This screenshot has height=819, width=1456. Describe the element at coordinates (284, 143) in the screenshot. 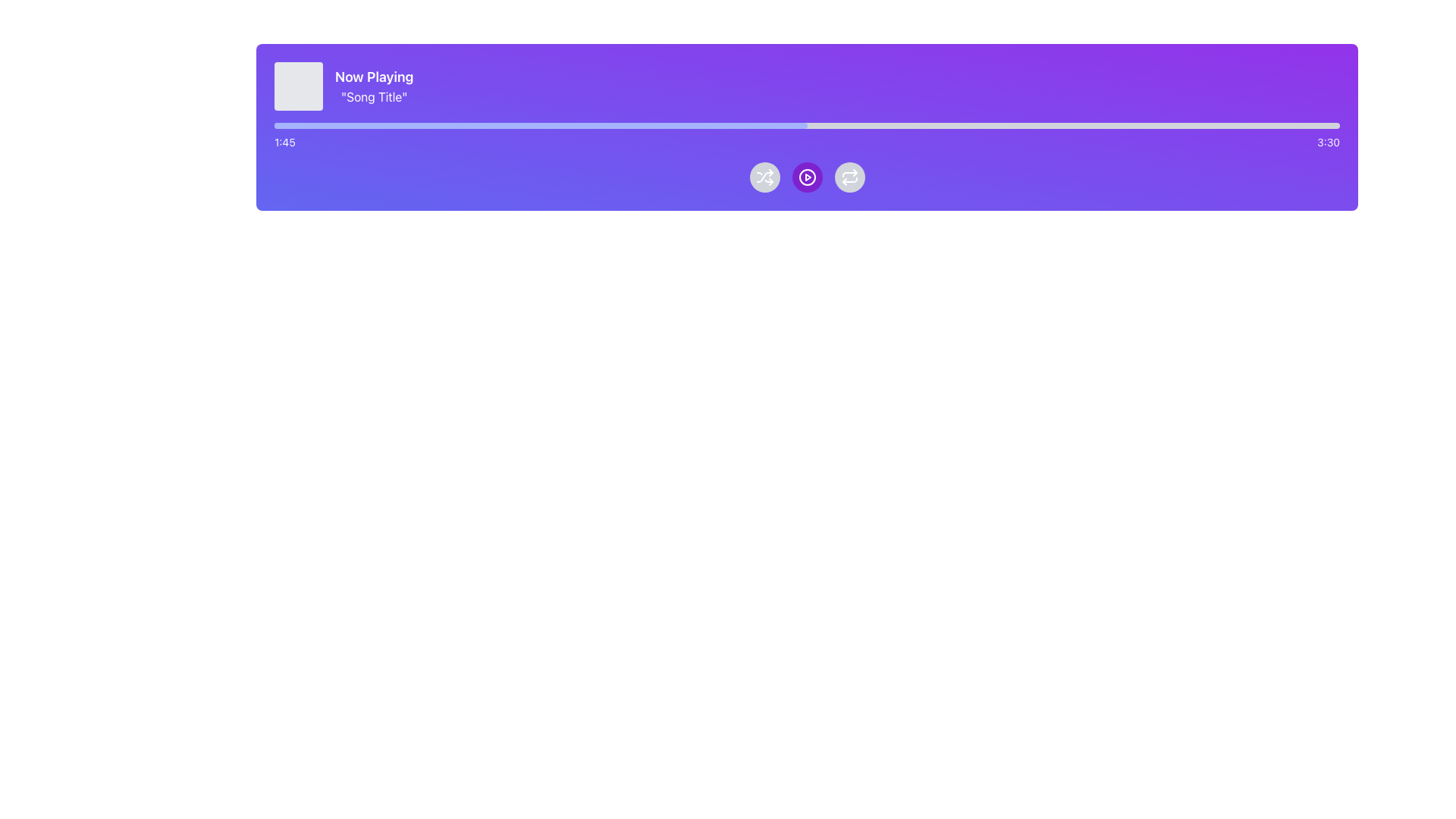

I see `displayed elapsed time text from the static text element located at the top center of the playback interface, which indicates the duration of the media file` at that location.